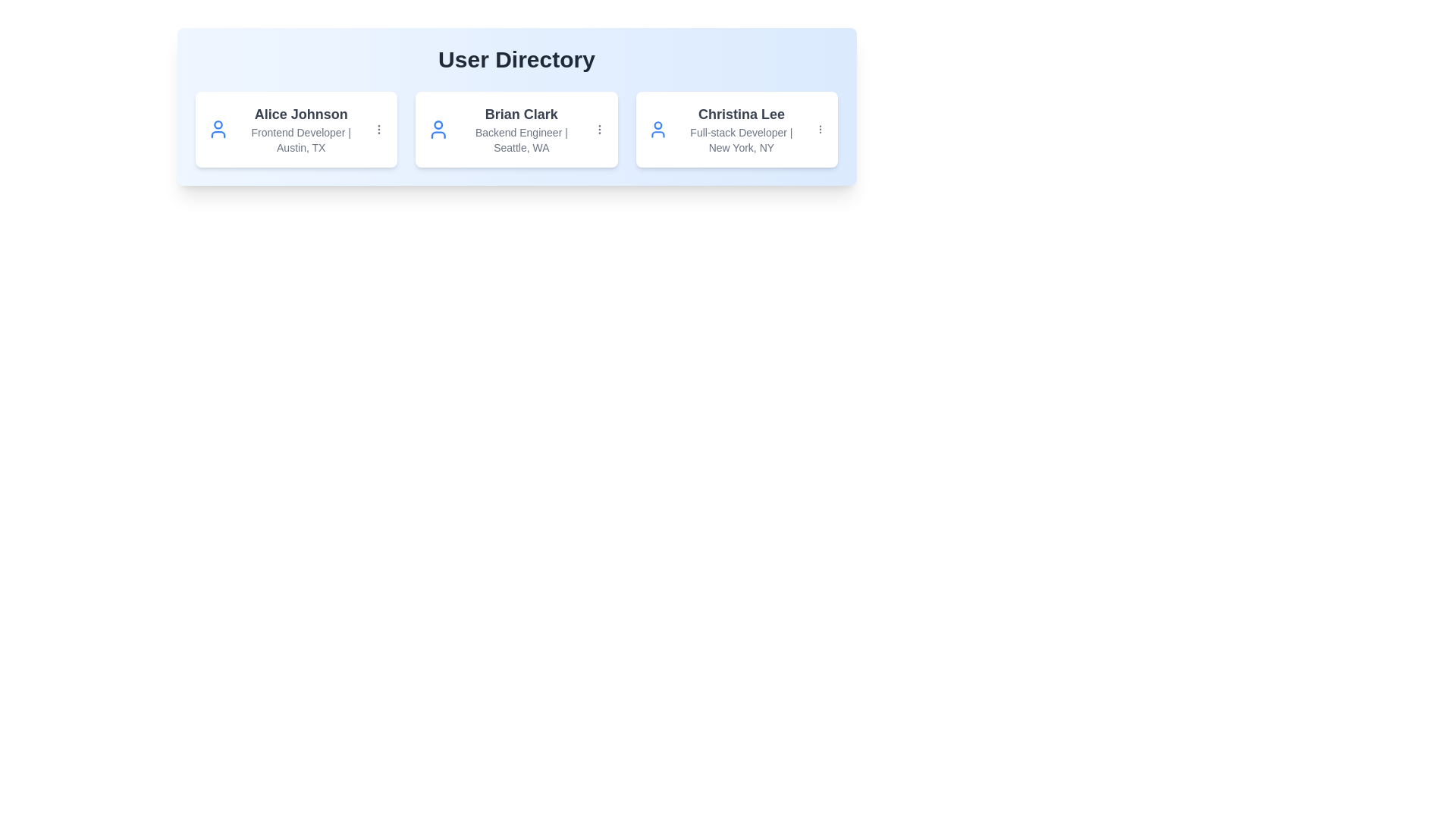 The height and width of the screenshot is (819, 1456). I want to click on the user card for Alice Johnson to activate the scale effect, so click(296, 128).